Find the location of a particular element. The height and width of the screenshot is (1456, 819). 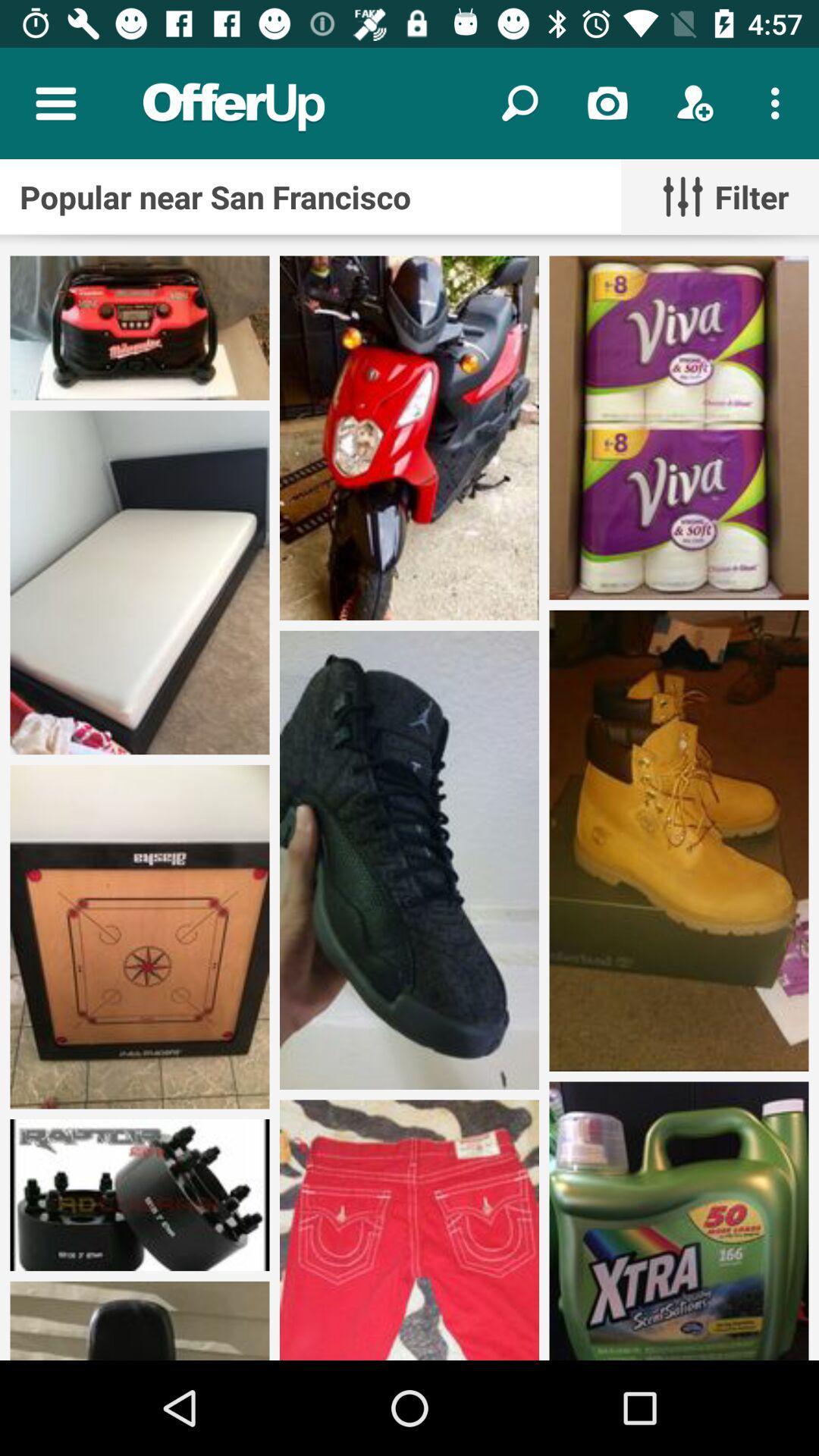

icon filter is located at coordinates (719, 196).